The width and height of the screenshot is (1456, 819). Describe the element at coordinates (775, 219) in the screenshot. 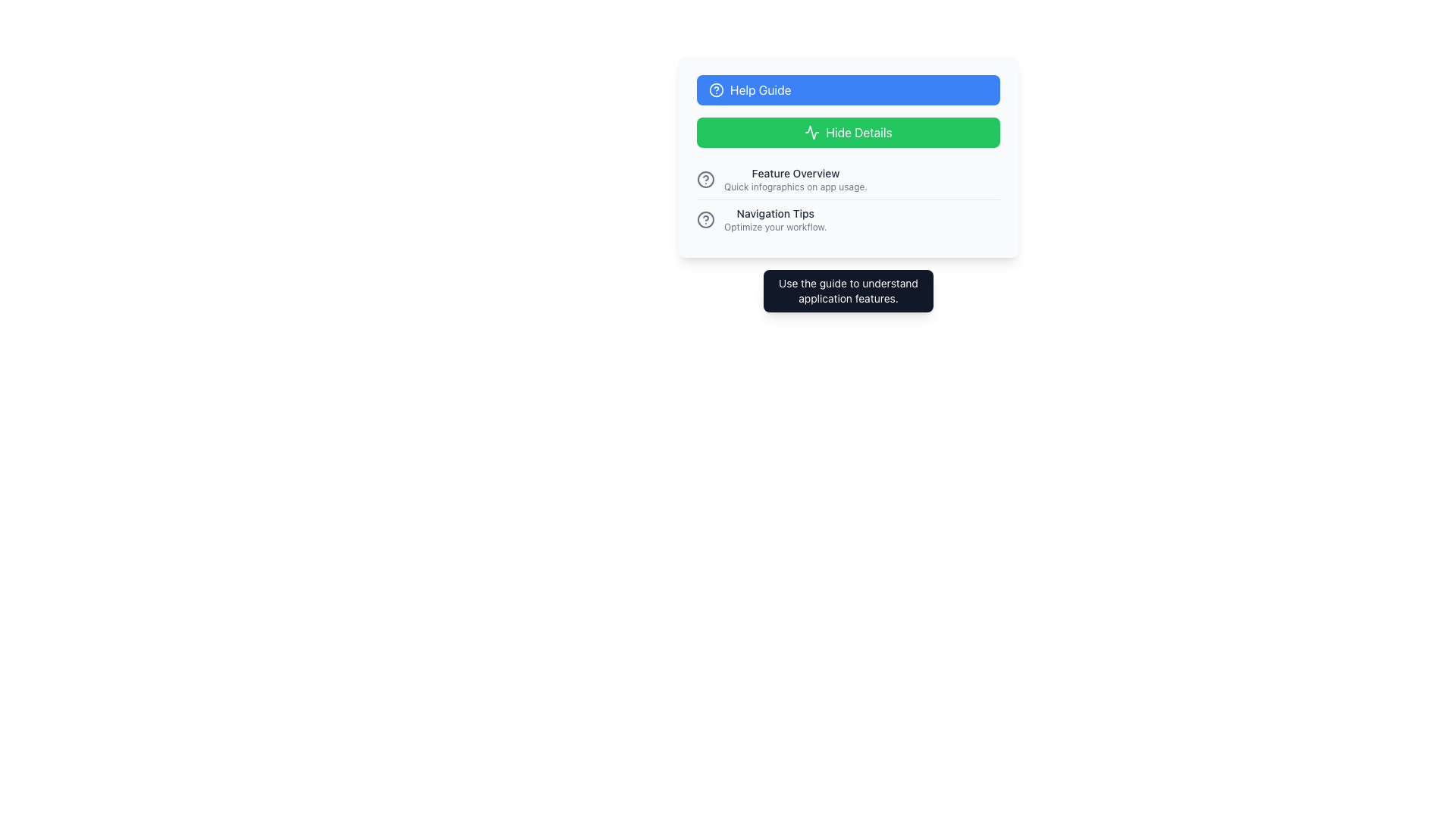

I see `text content of the third Text block with title and description, which aids users in navigating through the application` at that location.